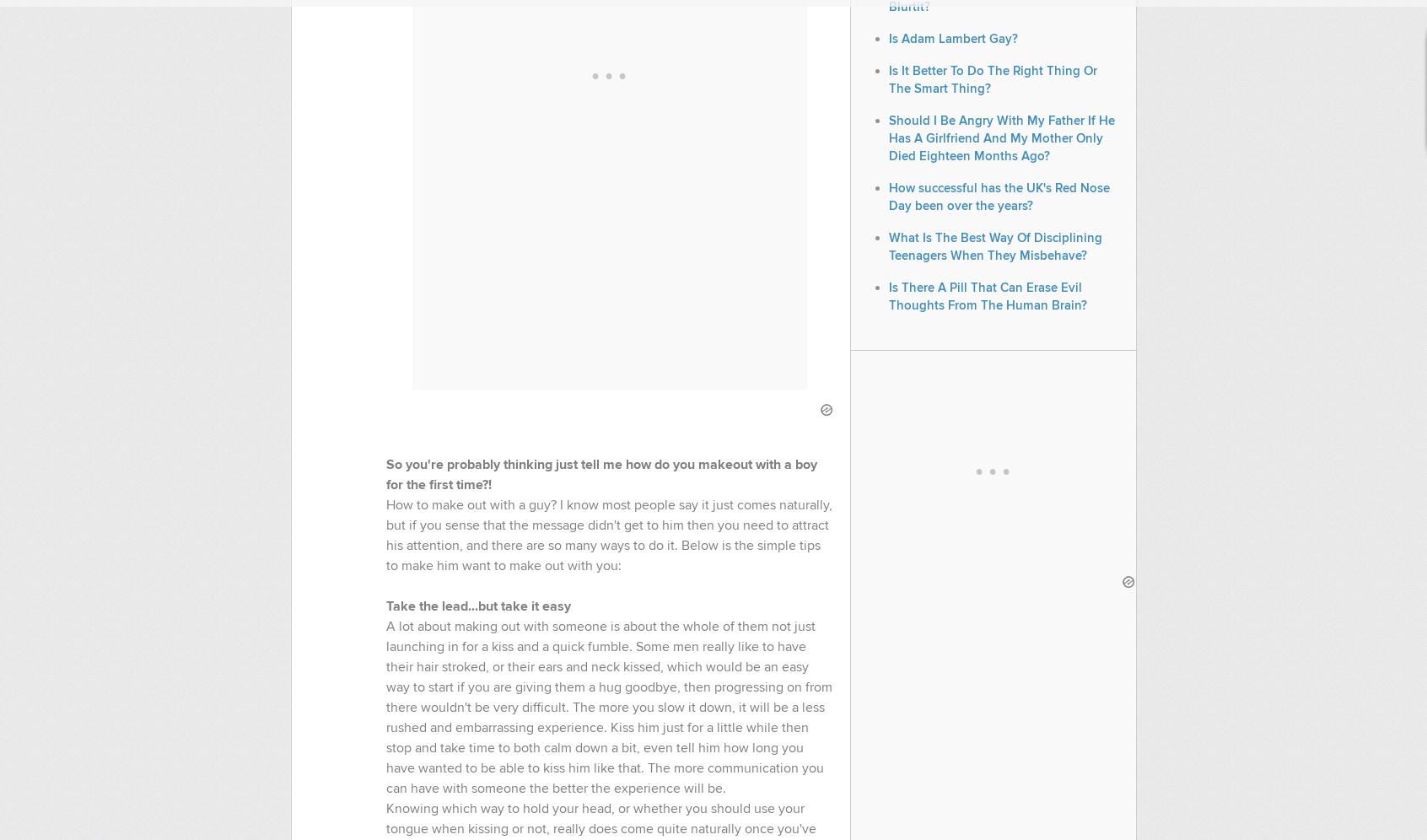 The height and width of the screenshot is (840, 1427). What do you see at coordinates (607, 707) in the screenshot?
I see `'A lot about making out with someone is about the whole of them not just launching in for a kiss and a quick fumble. Some men really like to have their hair stroked, or their ears and neck kissed, which would be an easy way to start if you are giving them a hug goodbye, then progressing on from there wouldn't be very difficult. The more you slow it down, it will be a less rushed and embarrassing experience. Kiss him just for a little while then stop and take time to both calm down a bit, even tell him how long you have wanted to be able to kiss him like that. The more communication you can have with someone the better the experience will be.'` at bounding box center [607, 707].